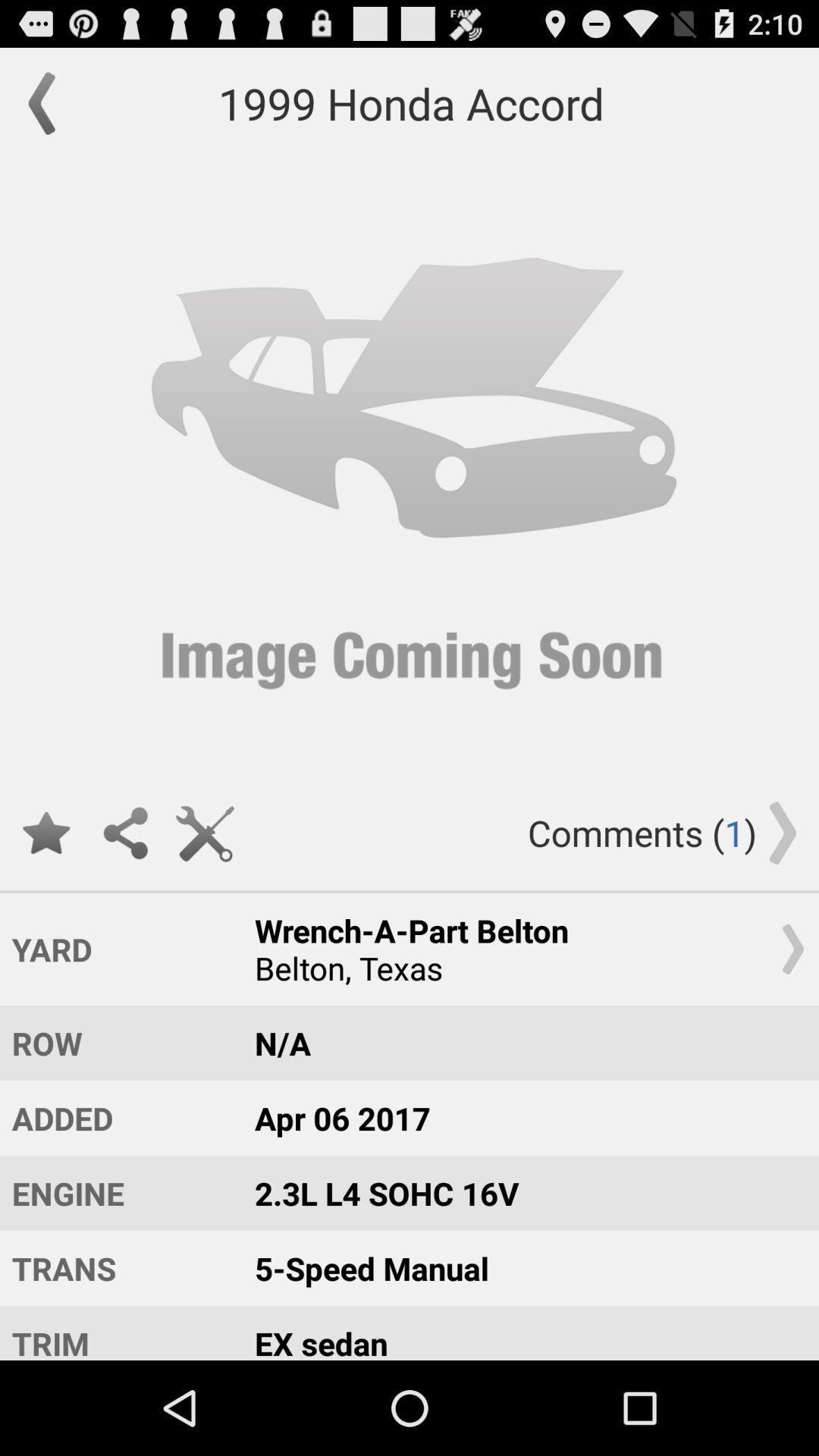 This screenshot has width=819, height=1456. Describe the element at coordinates (522, 948) in the screenshot. I see `wrench a part at the center` at that location.